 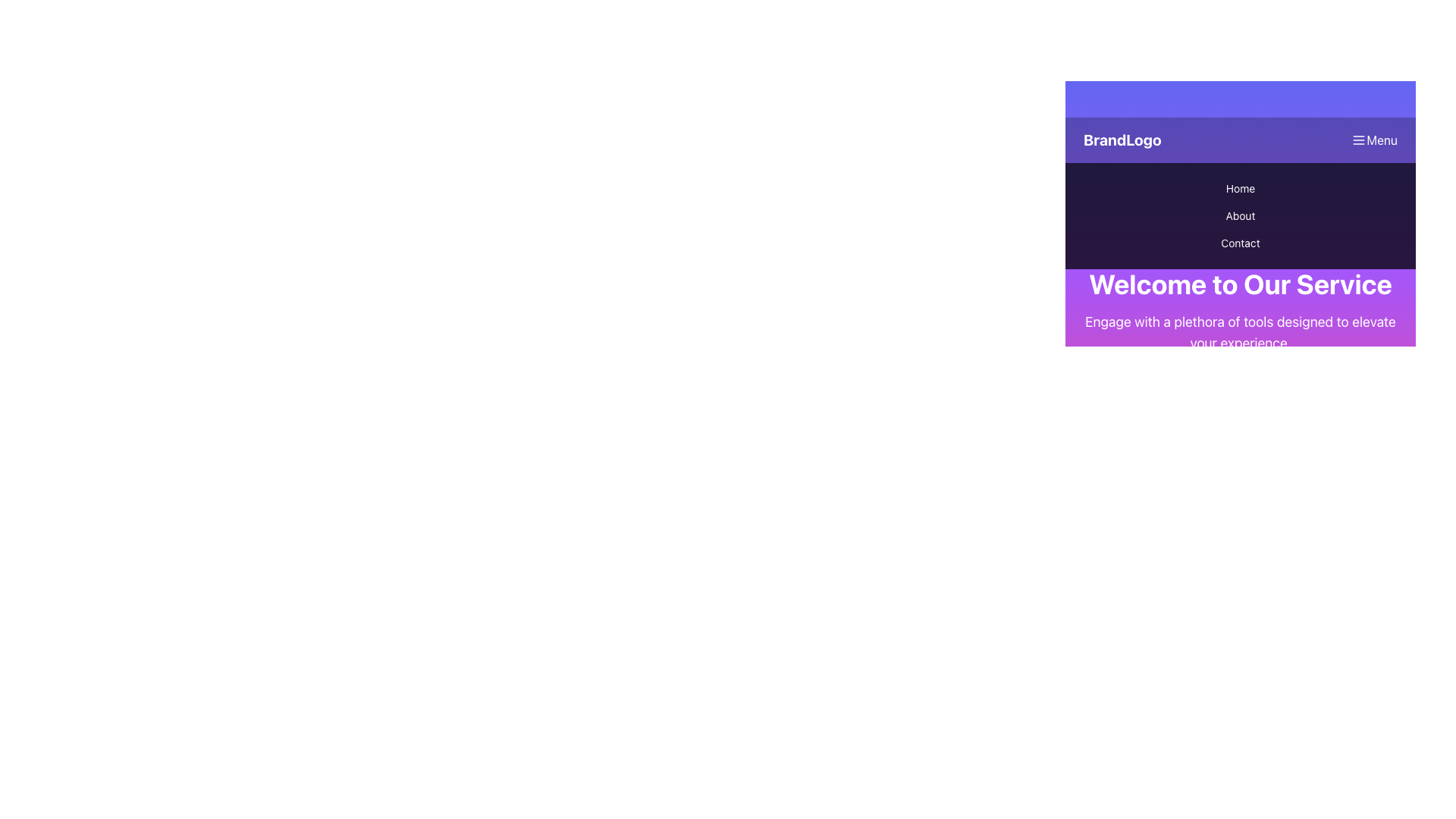 What do you see at coordinates (1241, 216) in the screenshot?
I see `the 'About' text link, which is styled with a small font size and changes color on hover` at bounding box center [1241, 216].